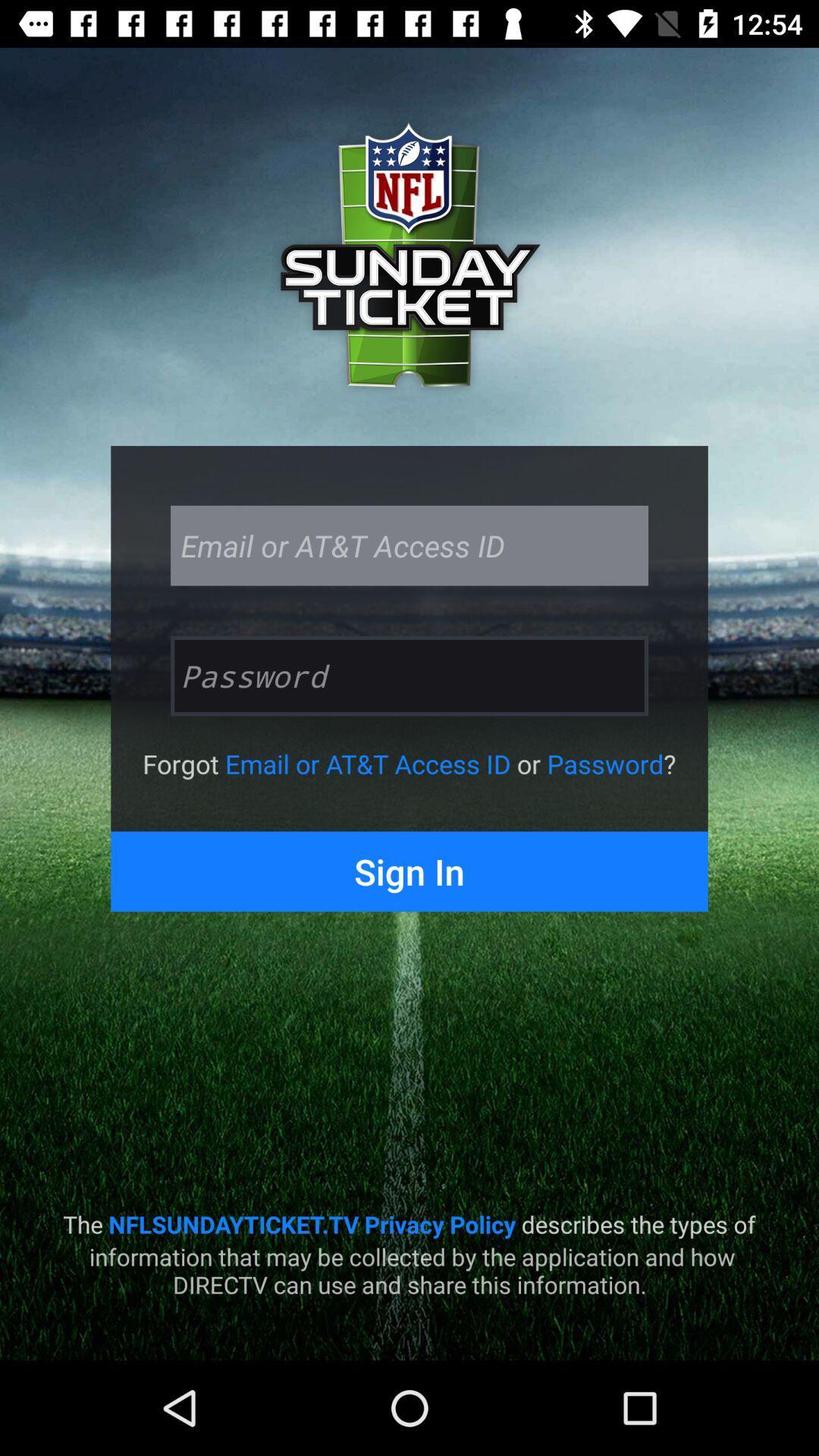 This screenshot has width=819, height=1456. I want to click on the email or att access id text field, so click(409, 546).